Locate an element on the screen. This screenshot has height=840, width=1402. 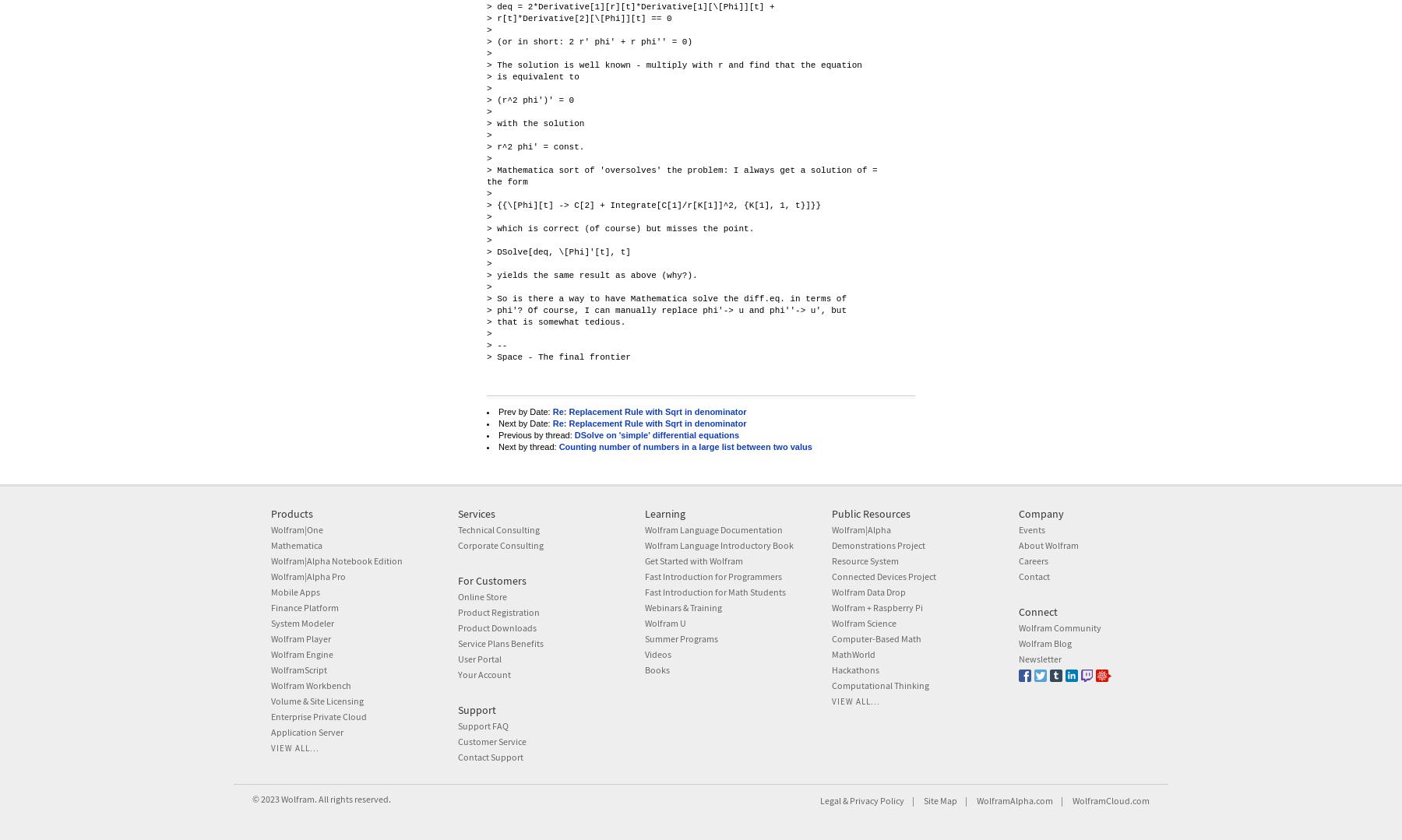
'Finance Platform' is located at coordinates (270, 607).